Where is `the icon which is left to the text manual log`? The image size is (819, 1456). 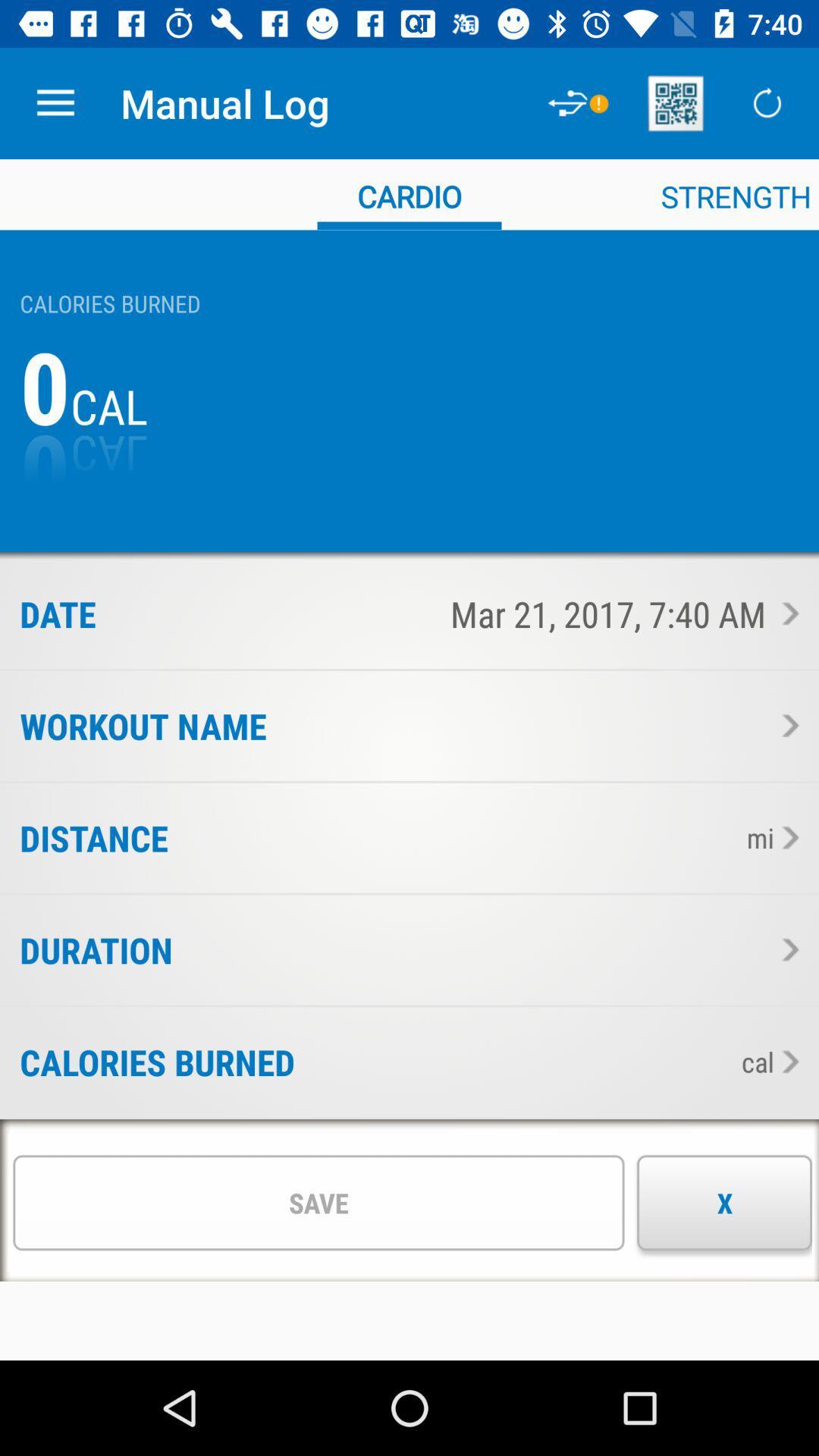 the icon which is left to the text manual log is located at coordinates (579, 103).